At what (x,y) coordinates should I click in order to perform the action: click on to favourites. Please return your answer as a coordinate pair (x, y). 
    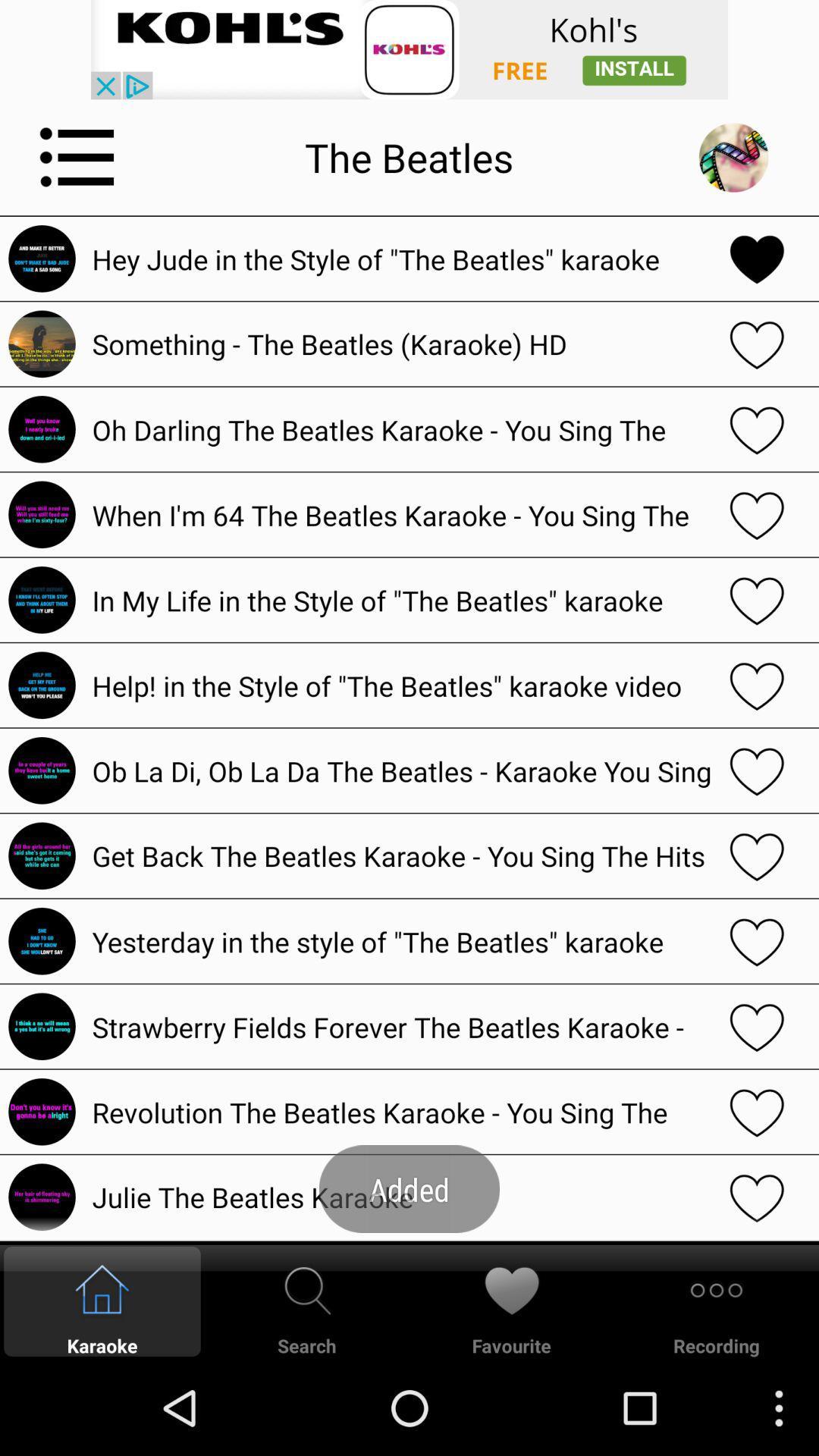
    Looking at the image, I should click on (757, 1196).